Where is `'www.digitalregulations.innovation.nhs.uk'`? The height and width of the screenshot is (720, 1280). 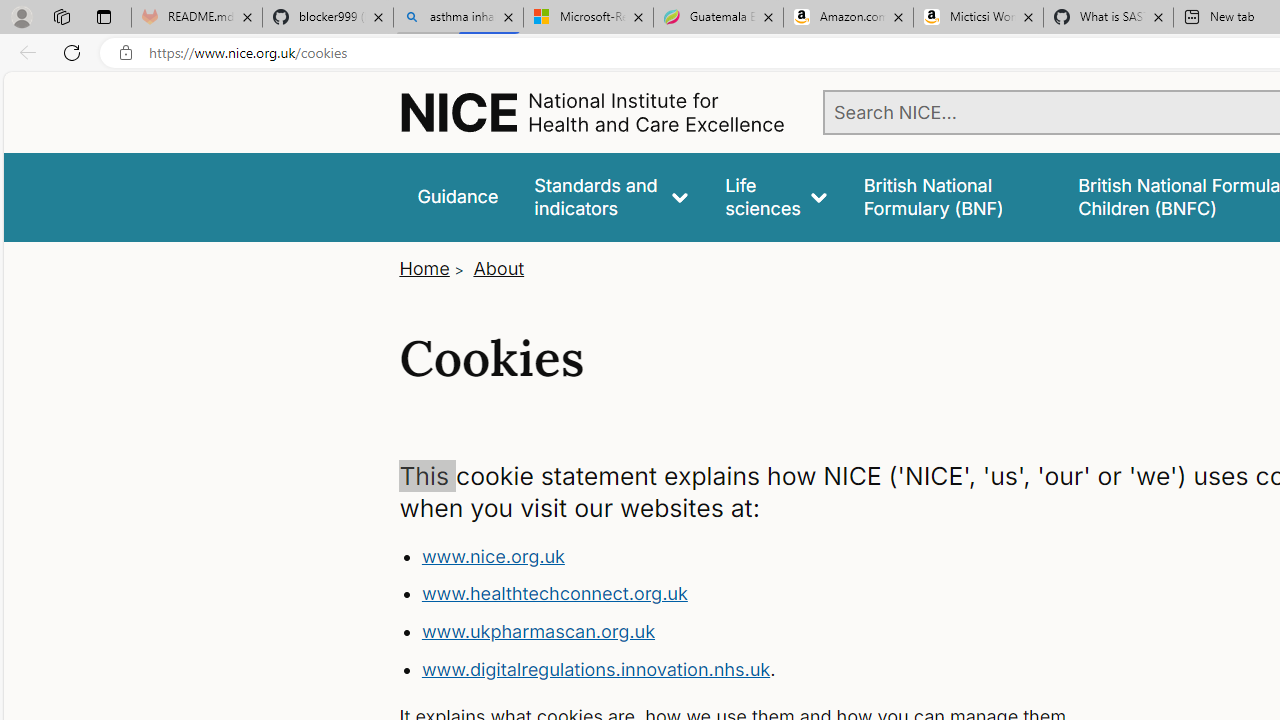
'www.digitalregulations.innovation.nhs.uk' is located at coordinates (594, 668).